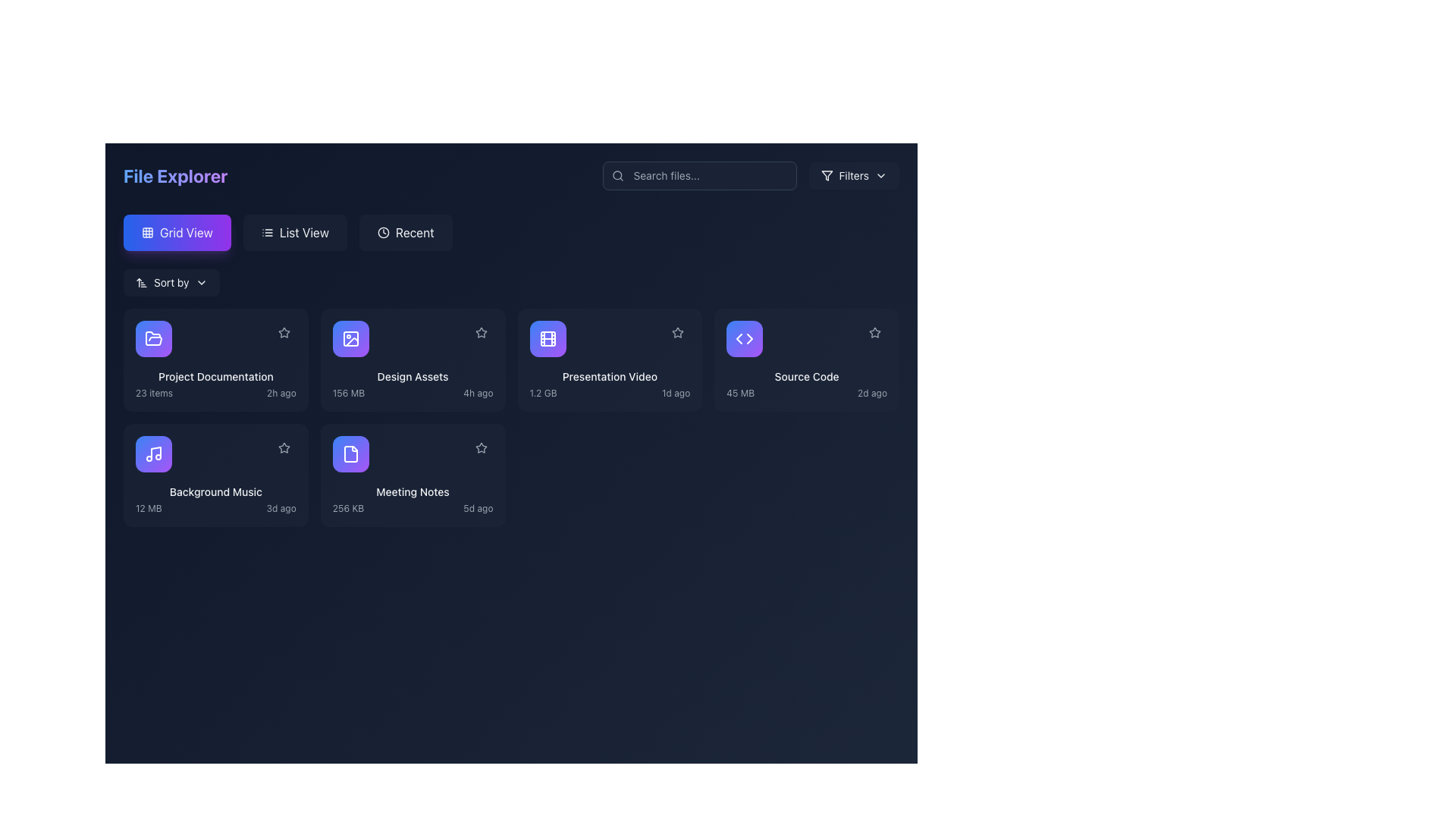  Describe the element at coordinates (284, 447) in the screenshot. I see `the star-shaped icon in the top-right corner of the 'Background Music' card` at that location.